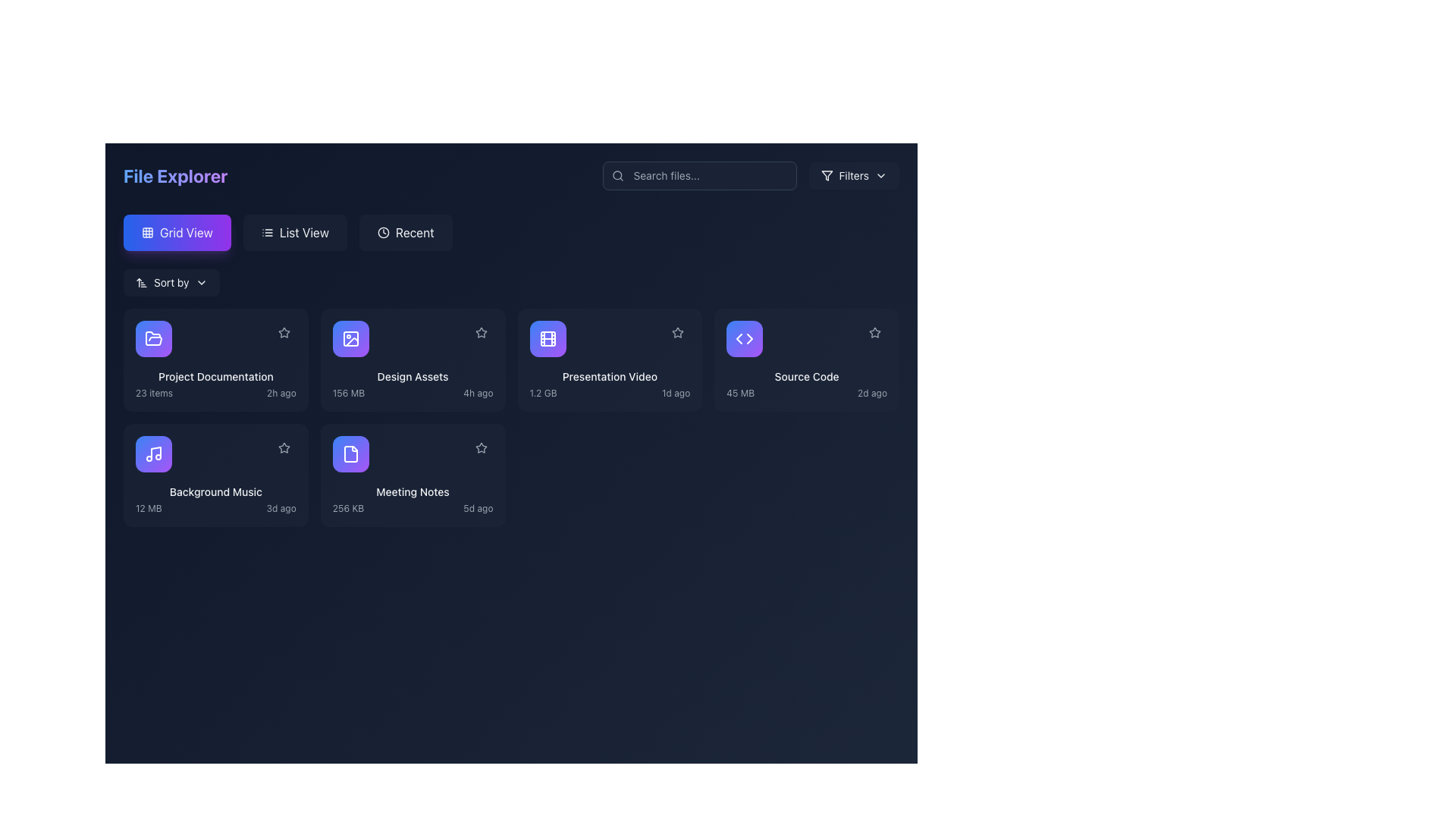  Describe the element at coordinates (284, 447) in the screenshot. I see `the star-shaped icon in the top-right corner of the 'Background Music' card` at that location.